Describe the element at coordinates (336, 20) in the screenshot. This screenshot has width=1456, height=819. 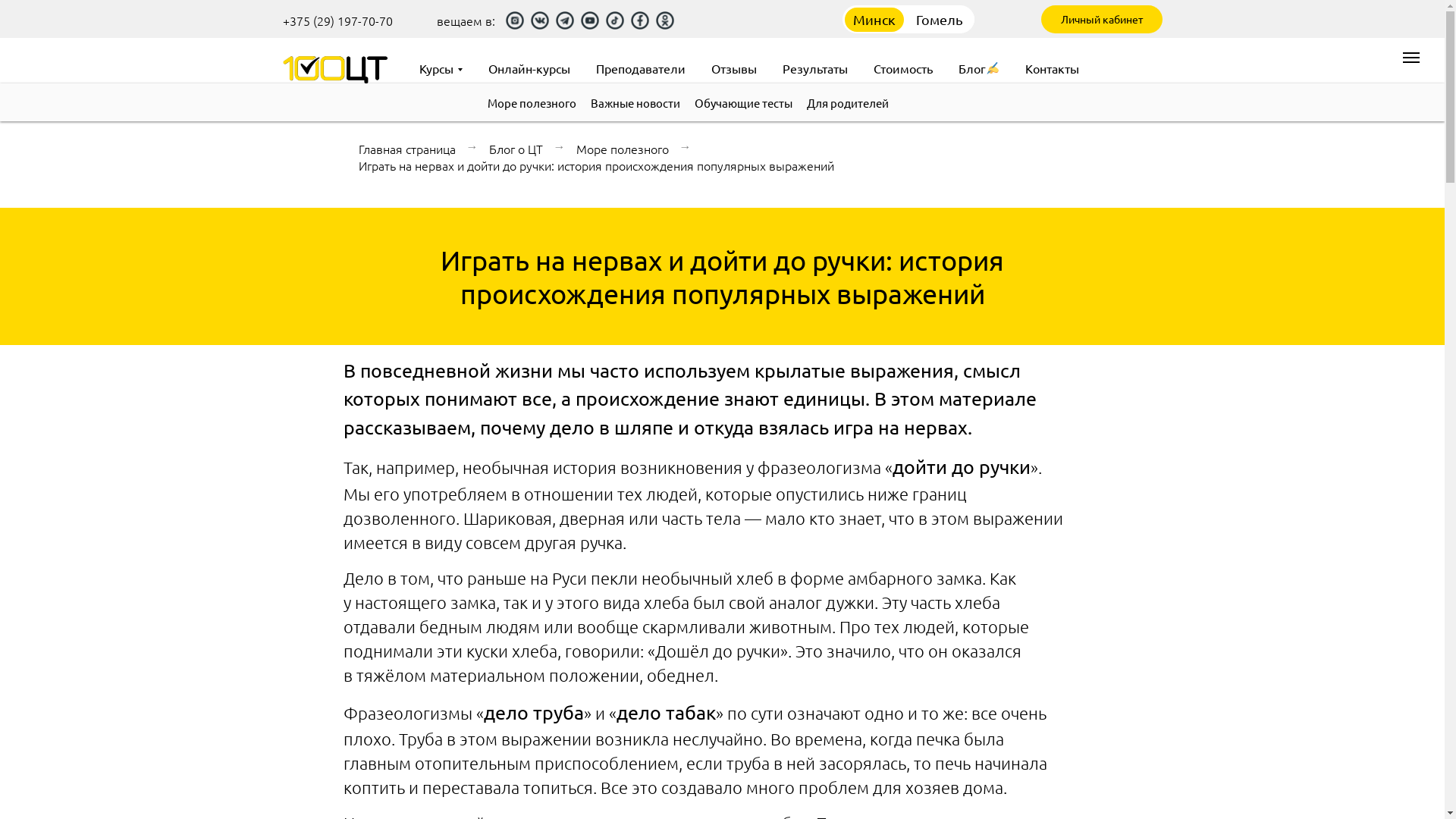
I see `'+375 (29) 197-70-70'` at that location.